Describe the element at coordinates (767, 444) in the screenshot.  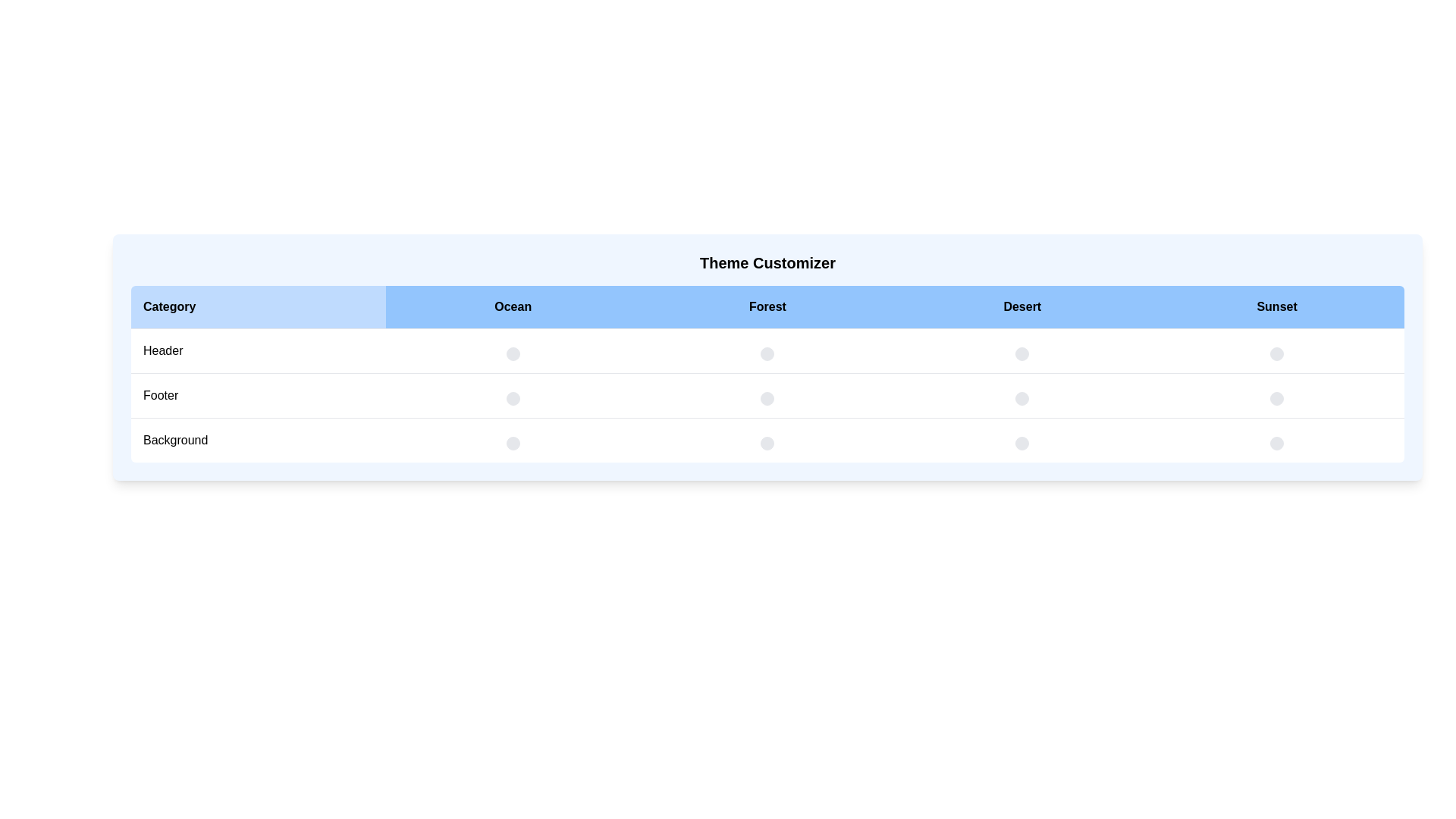
I see `the radio button located in the 'Background' row and 'Desert' column of the 'Theme Customizer' section` at that location.